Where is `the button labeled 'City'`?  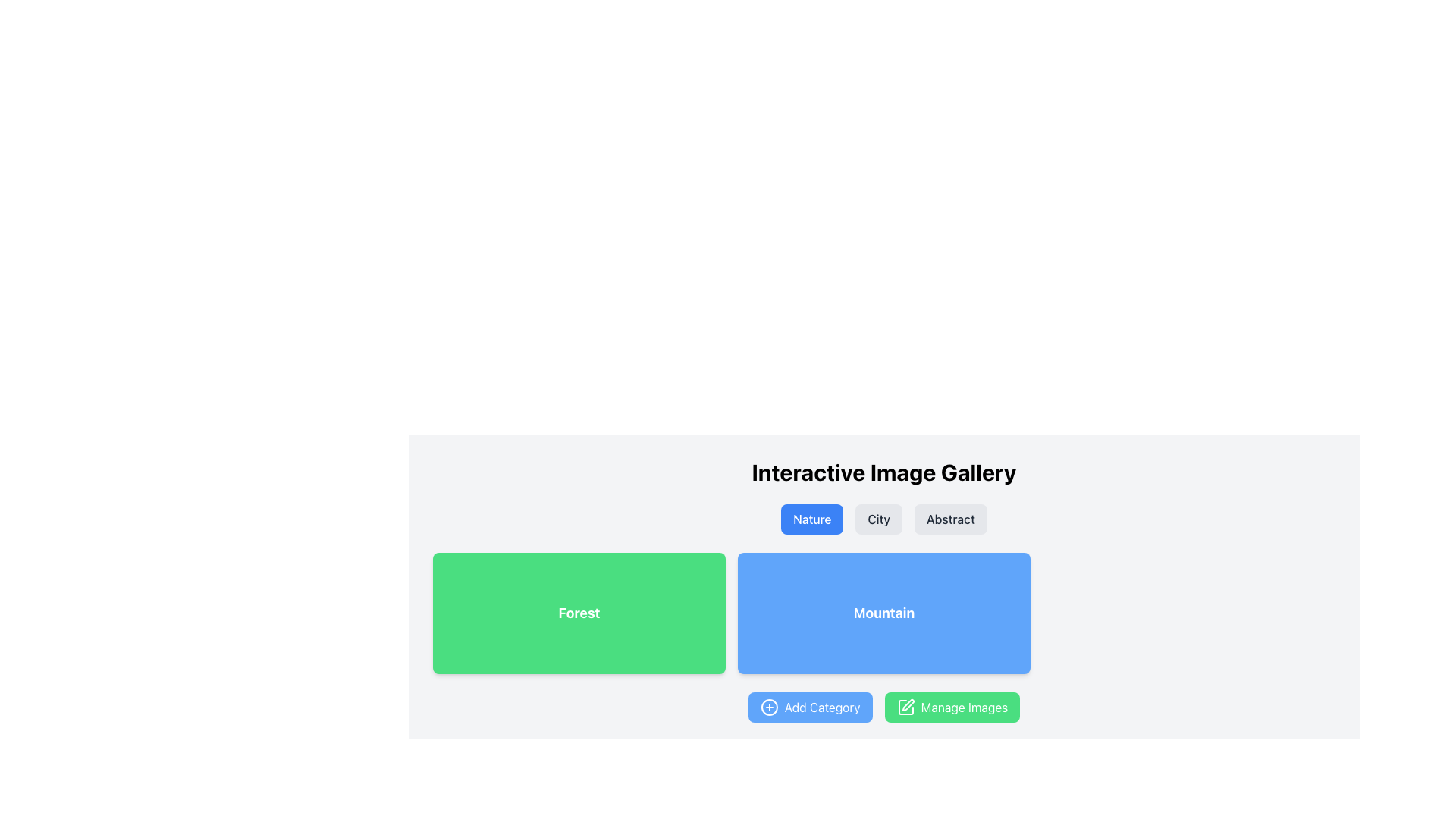
the button labeled 'City' is located at coordinates (879, 519).